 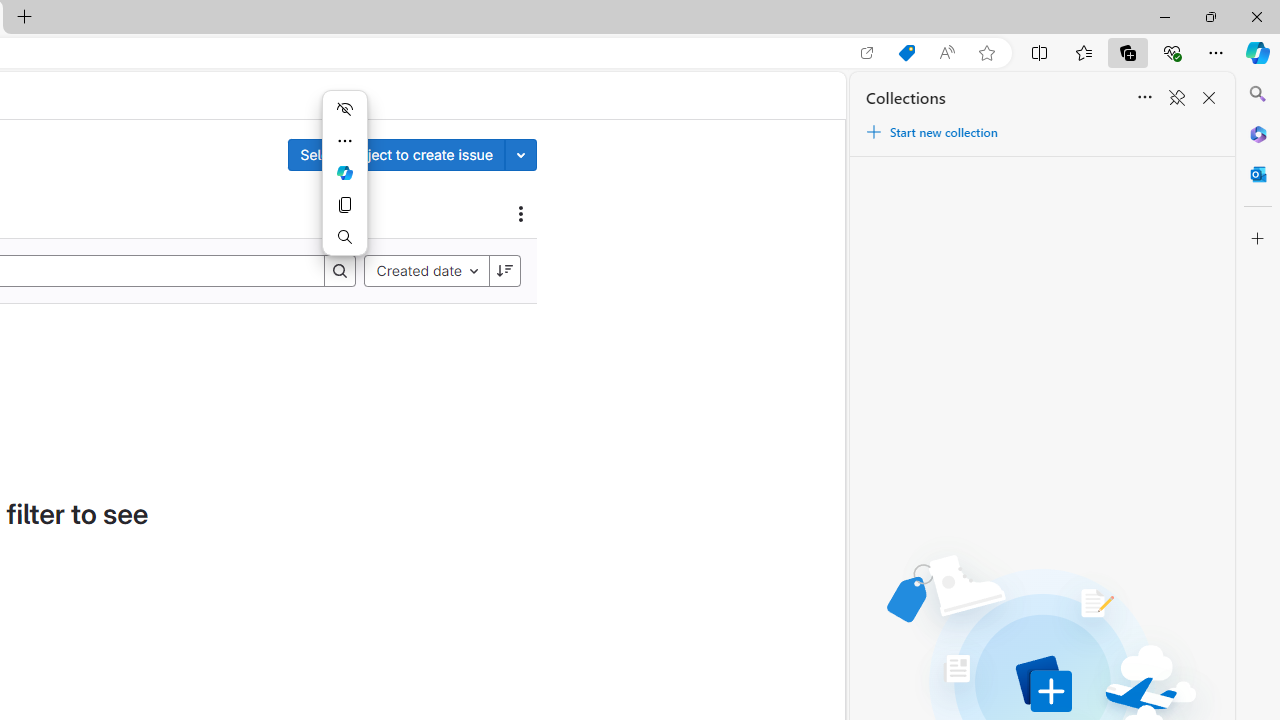 I want to click on 'Mini menu on text selection', so click(x=344, y=171).